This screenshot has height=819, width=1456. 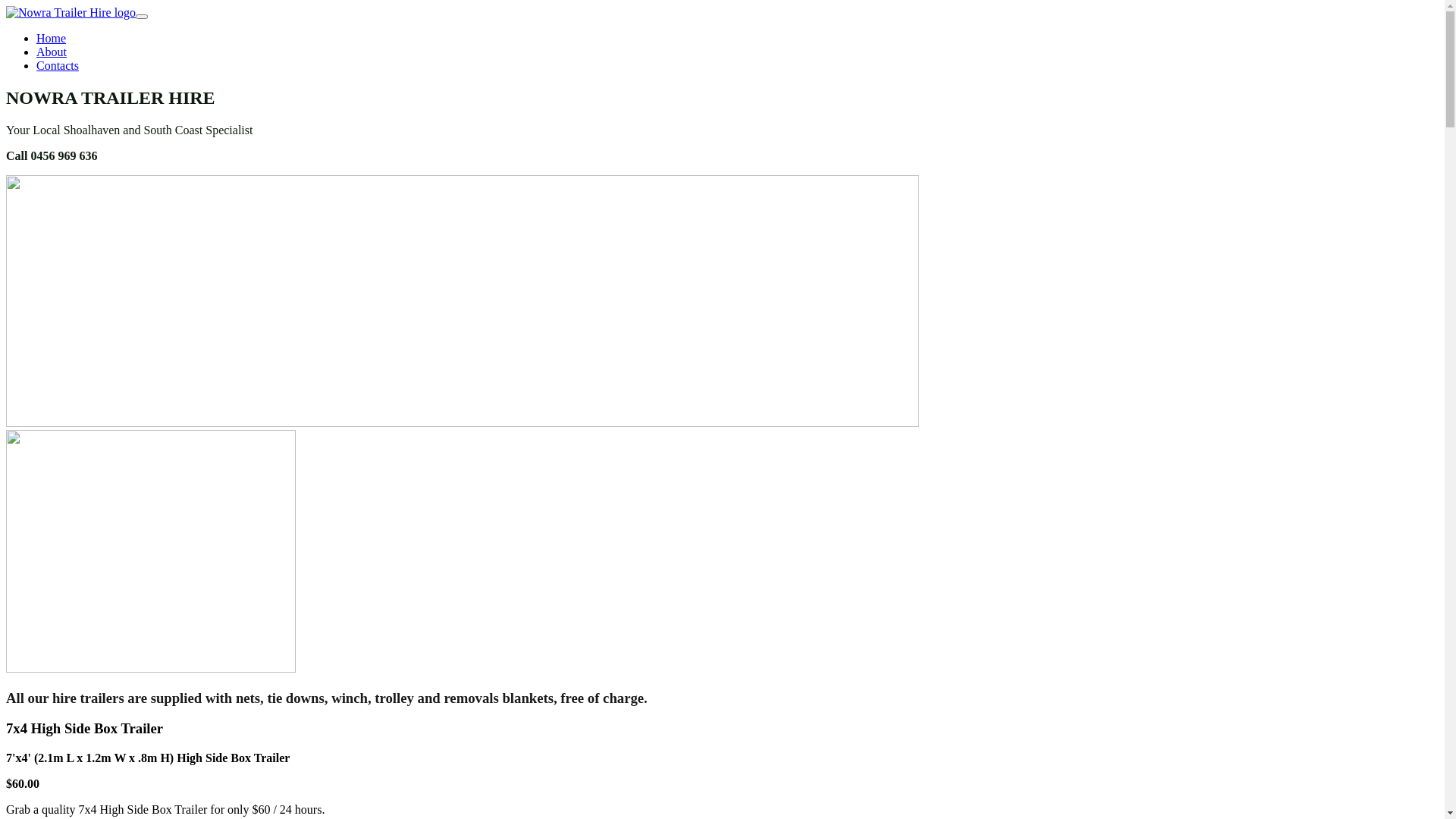 What do you see at coordinates (36, 51) in the screenshot?
I see `'About'` at bounding box center [36, 51].